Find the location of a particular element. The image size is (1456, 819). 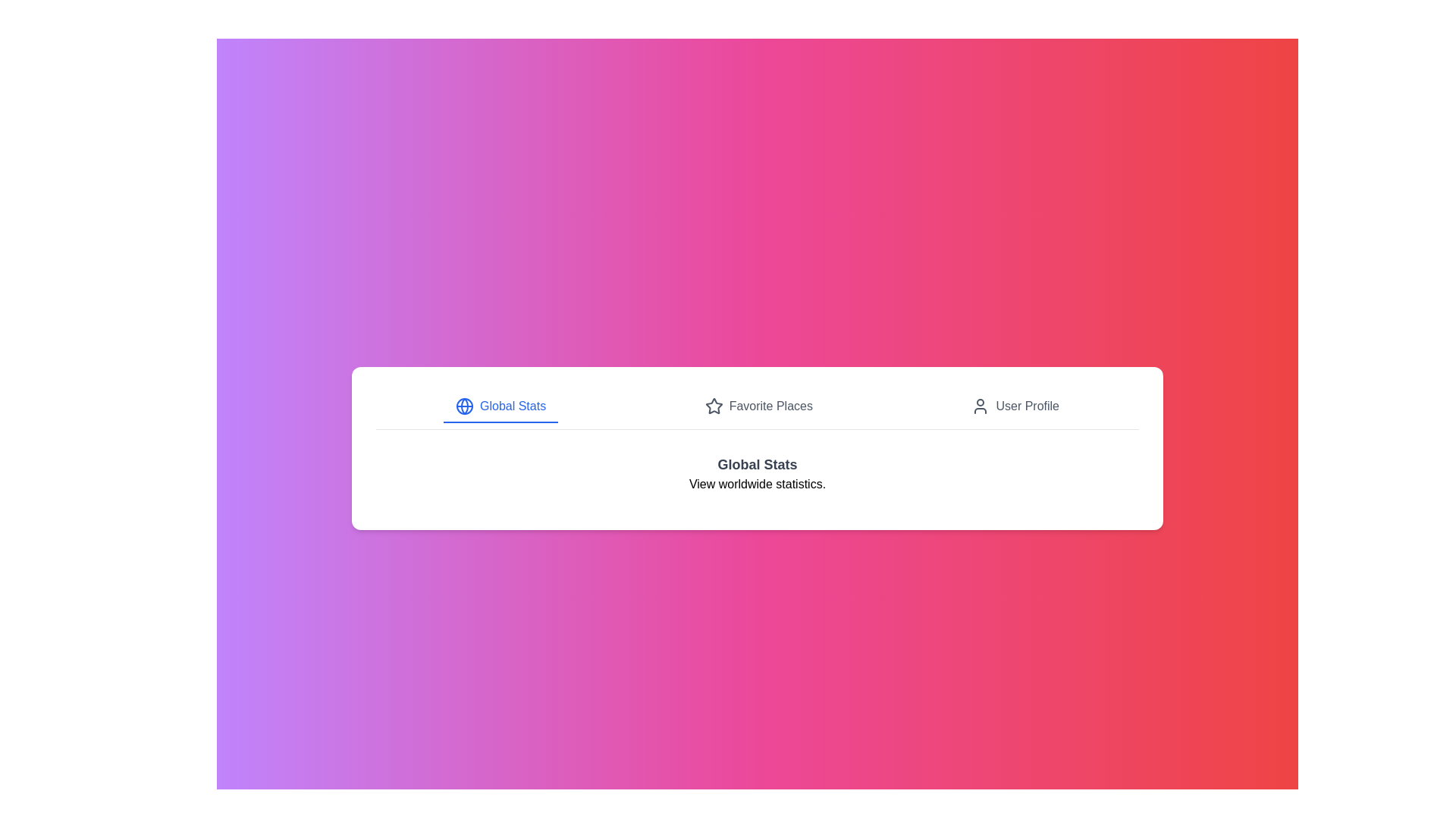

the 'Global Stats' icon located on the left side of the 'Global Stats' button in the navigation section is located at coordinates (464, 405).